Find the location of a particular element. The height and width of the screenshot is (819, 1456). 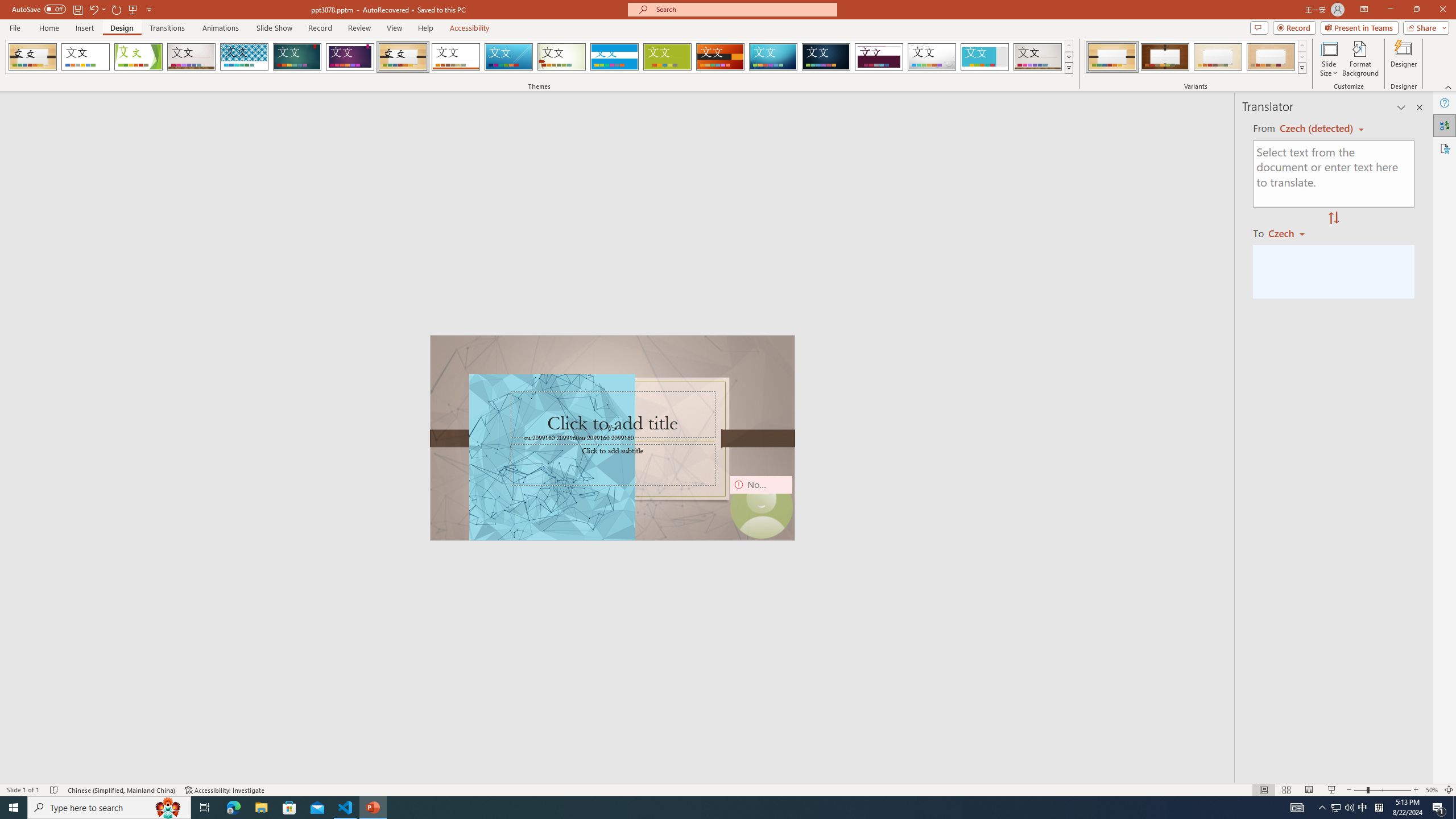

'Ion Boardroom' is located at coordinates (350, 56).